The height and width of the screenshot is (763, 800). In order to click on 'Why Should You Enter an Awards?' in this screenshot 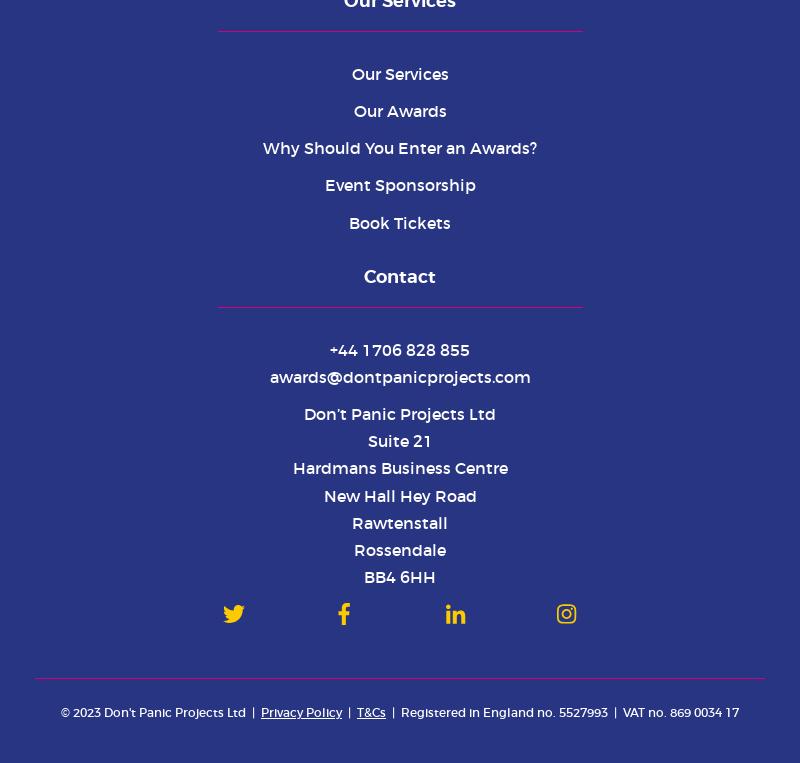, I will do `click(261, 147)`.